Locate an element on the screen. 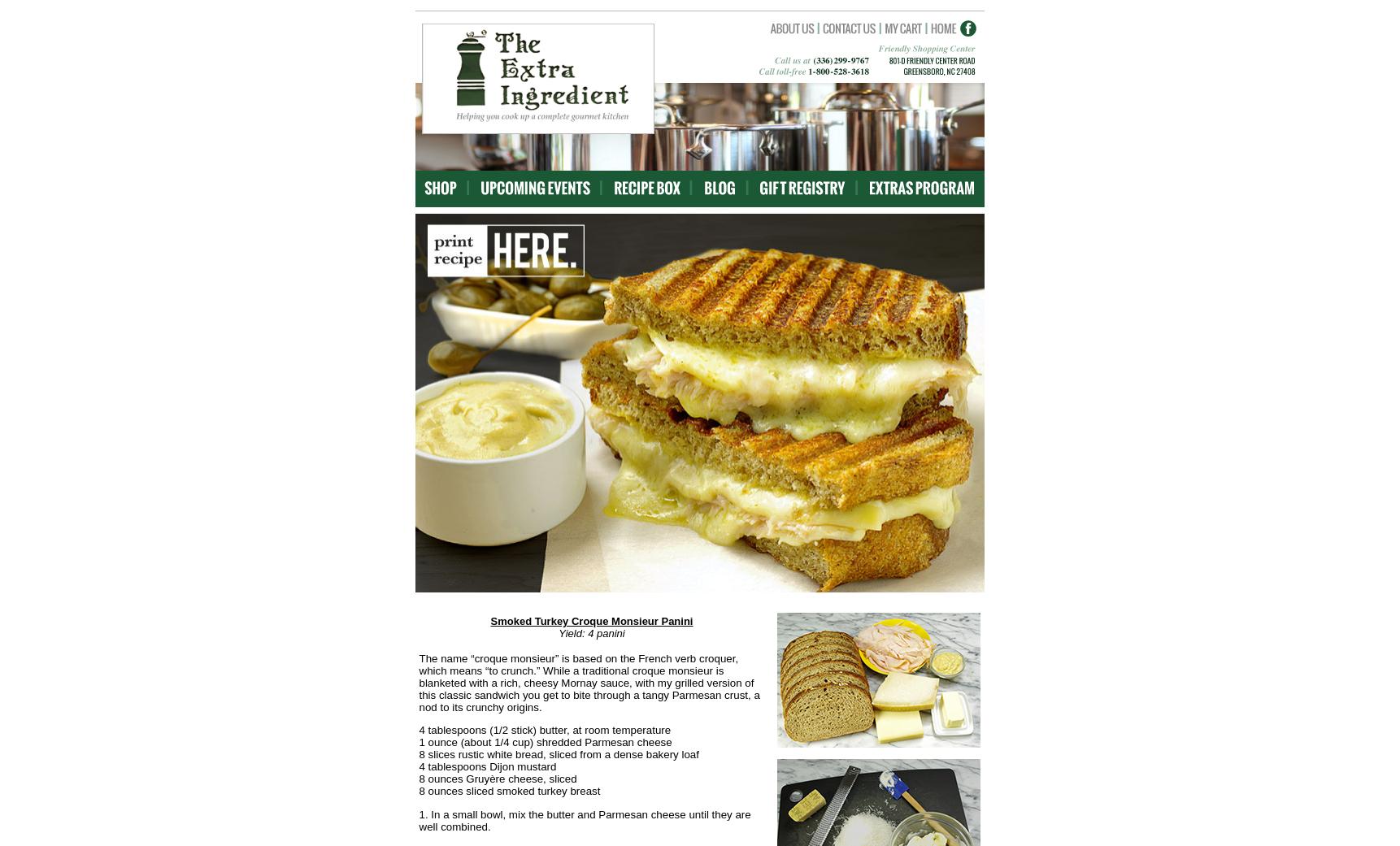 This screenshot has width=1400, height=846. '1 ounce (about 1/4 cup) shredded Parmesan cheese' is located at coordinates (545, 741).